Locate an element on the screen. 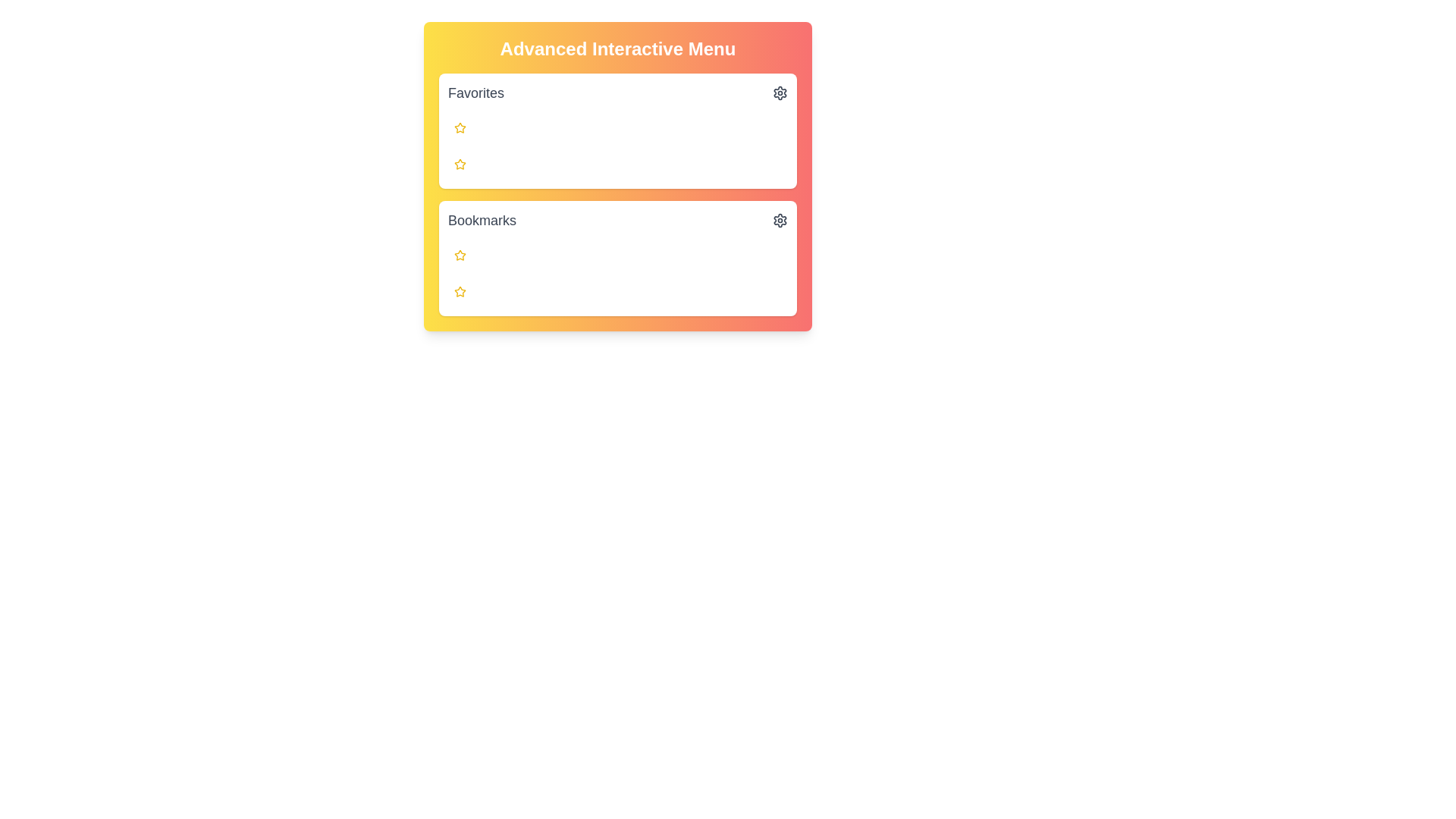 The width and height of the screenshot is (1456, 819). the settings icon in the Bookmarks section is located at coordinates (780, 220).